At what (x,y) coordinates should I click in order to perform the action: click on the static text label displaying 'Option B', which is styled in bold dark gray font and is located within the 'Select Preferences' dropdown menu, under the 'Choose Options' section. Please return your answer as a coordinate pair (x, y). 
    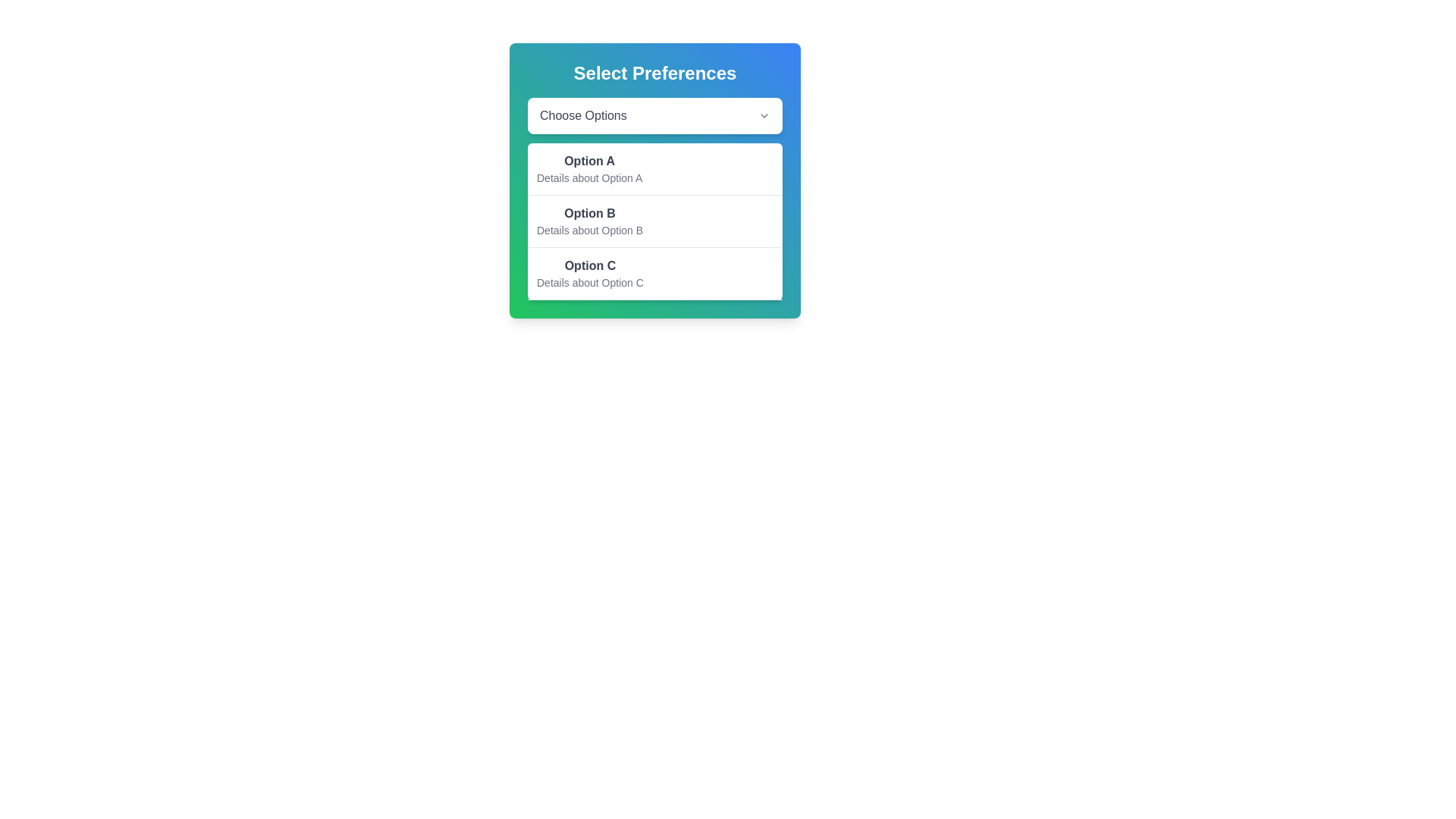
    Looking at the image, I should click on (588, 213).